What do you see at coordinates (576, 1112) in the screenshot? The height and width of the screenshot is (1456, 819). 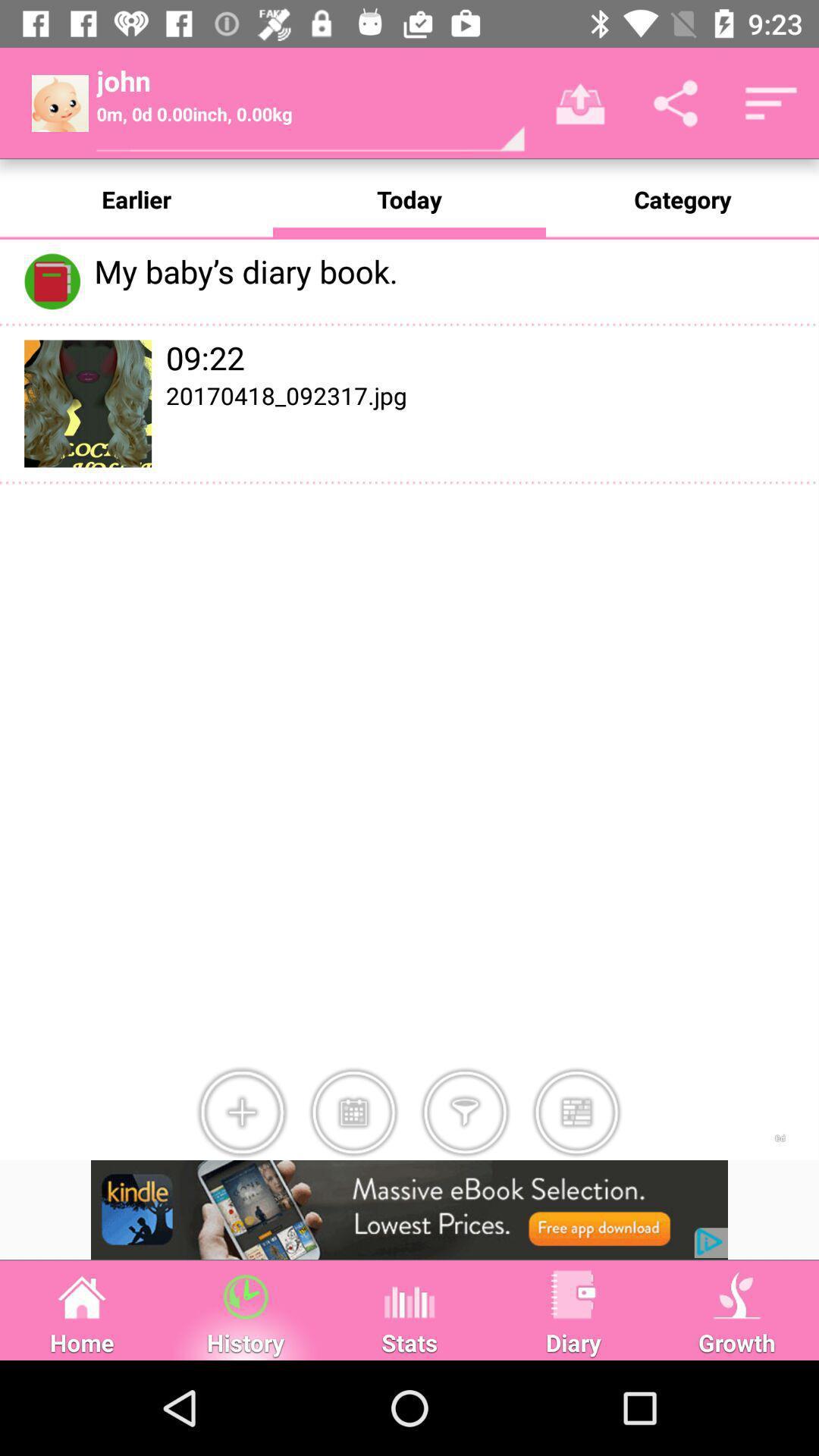 I see `photo gallery` at bounding box center [576, 1112].